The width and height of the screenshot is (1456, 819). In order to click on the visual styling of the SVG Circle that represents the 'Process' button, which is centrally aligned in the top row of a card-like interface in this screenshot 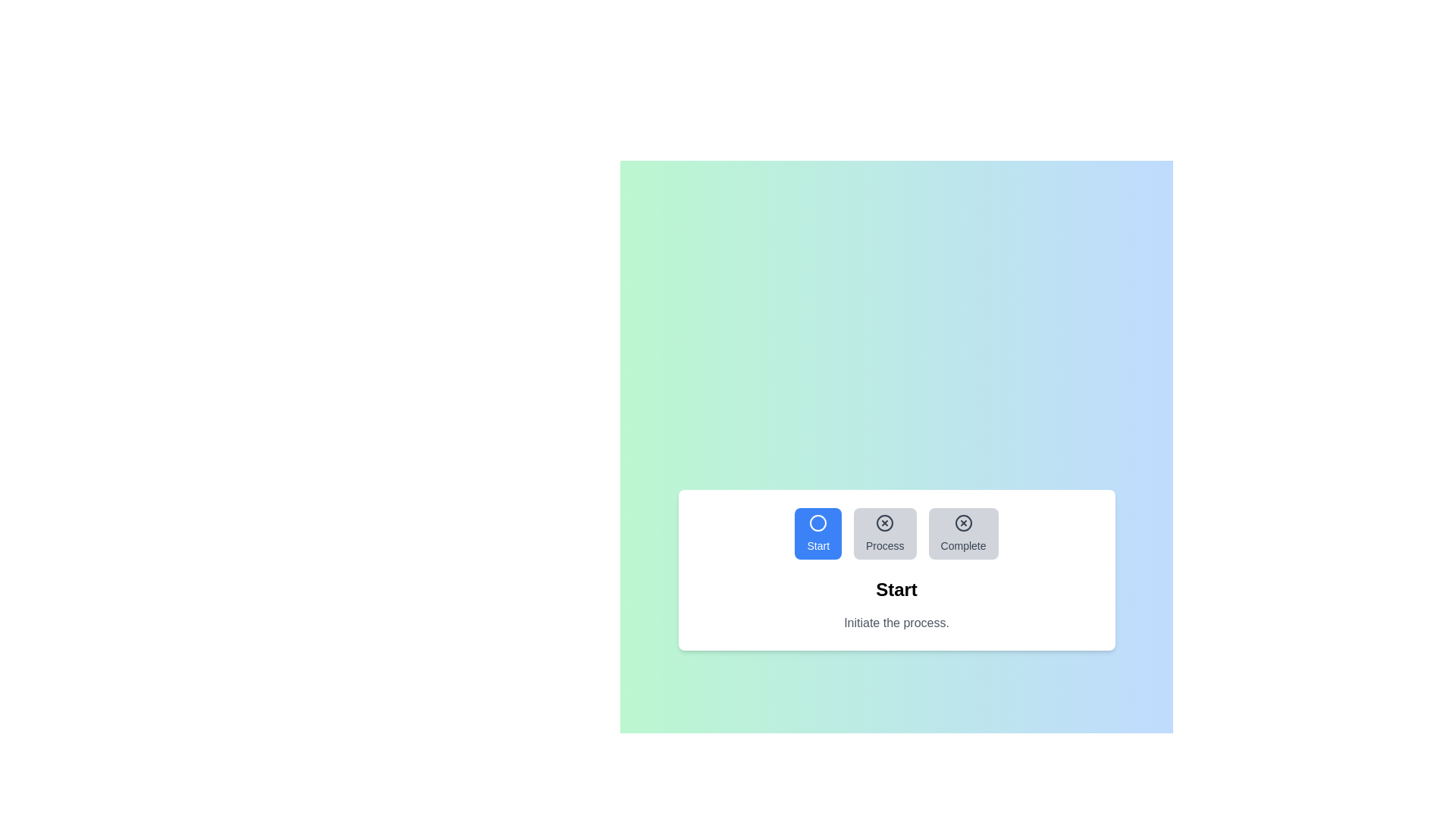, I will do `click(885, 522)`.